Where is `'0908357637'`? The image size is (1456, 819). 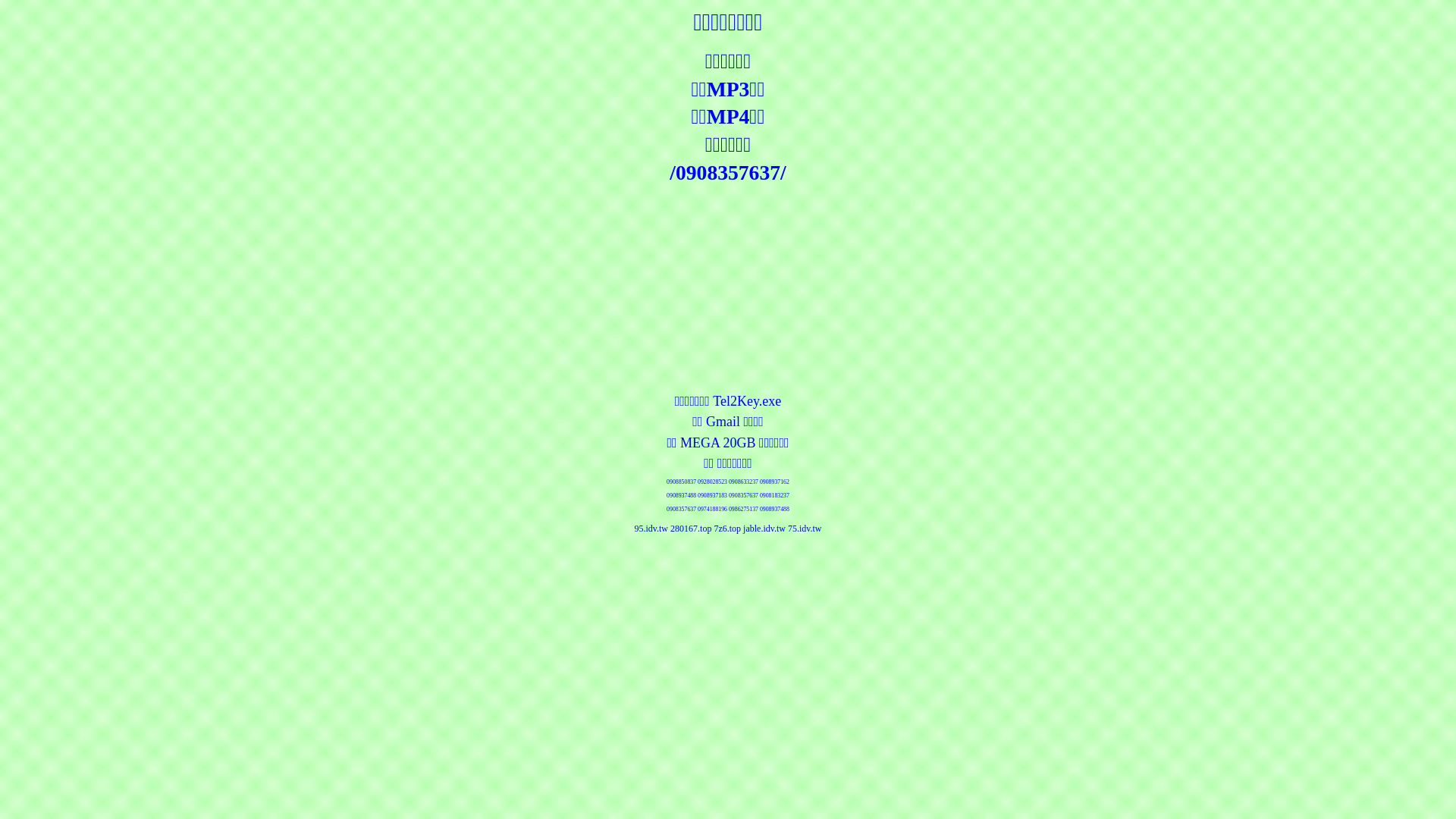
'0908357637' is located at coordinates (680, 509).